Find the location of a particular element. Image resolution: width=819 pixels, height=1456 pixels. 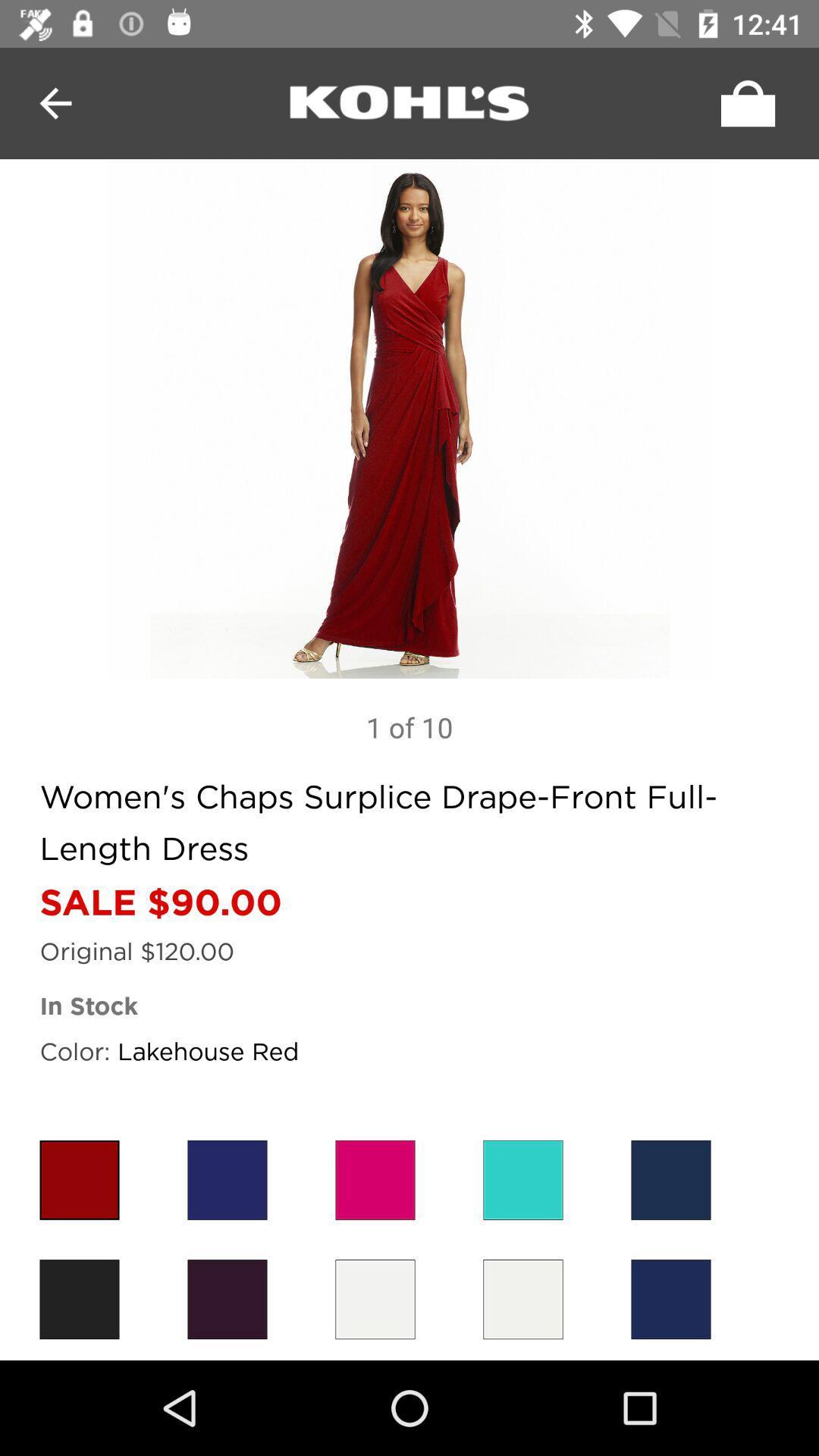

go do couler is located at coordinates (375, 1298).